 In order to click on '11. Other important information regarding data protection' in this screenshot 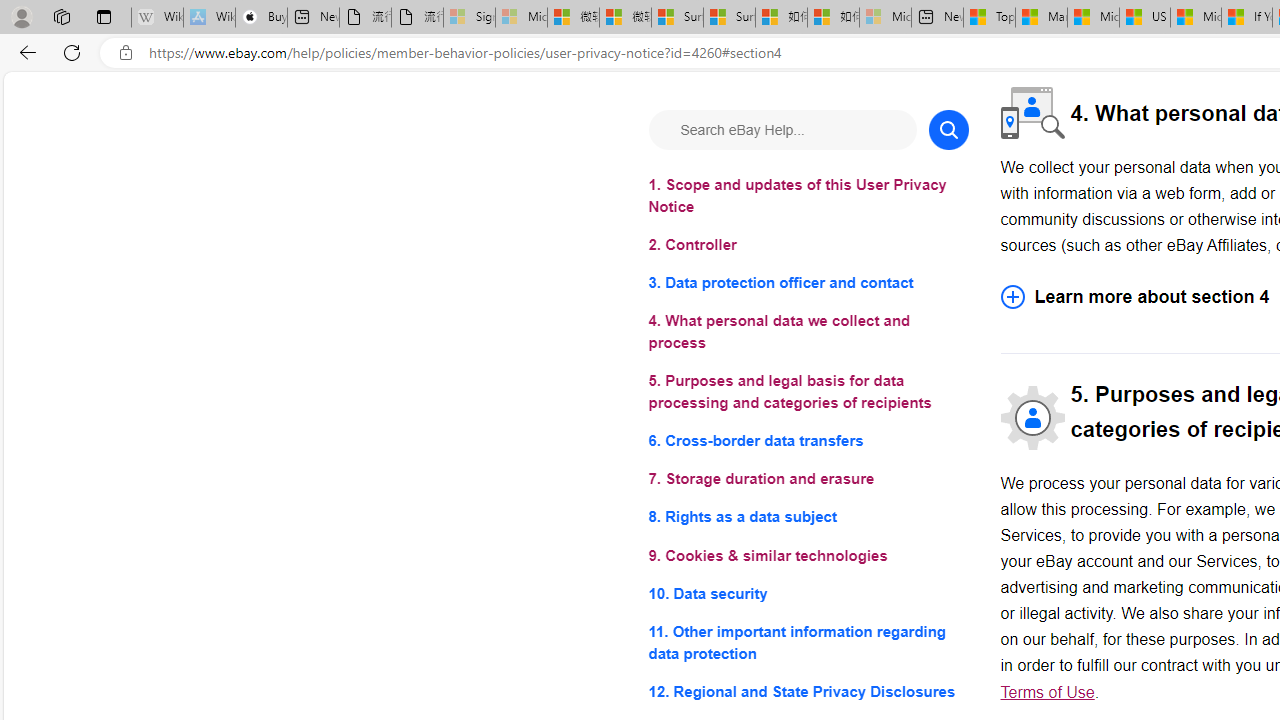, I will do `click(808, 642)`.